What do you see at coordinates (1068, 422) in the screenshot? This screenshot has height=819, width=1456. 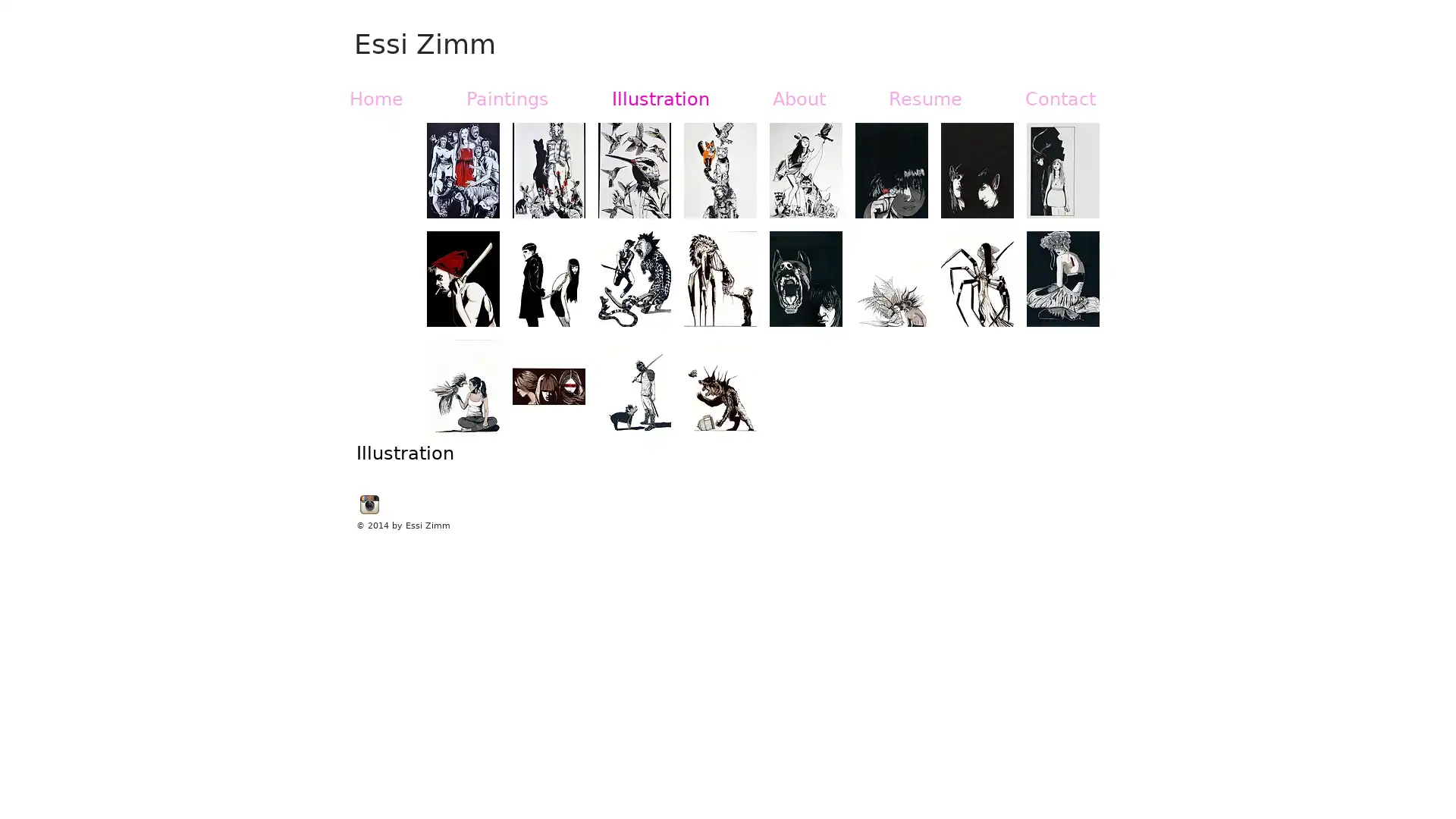 I see `play` at bounding box center [1068, 422].